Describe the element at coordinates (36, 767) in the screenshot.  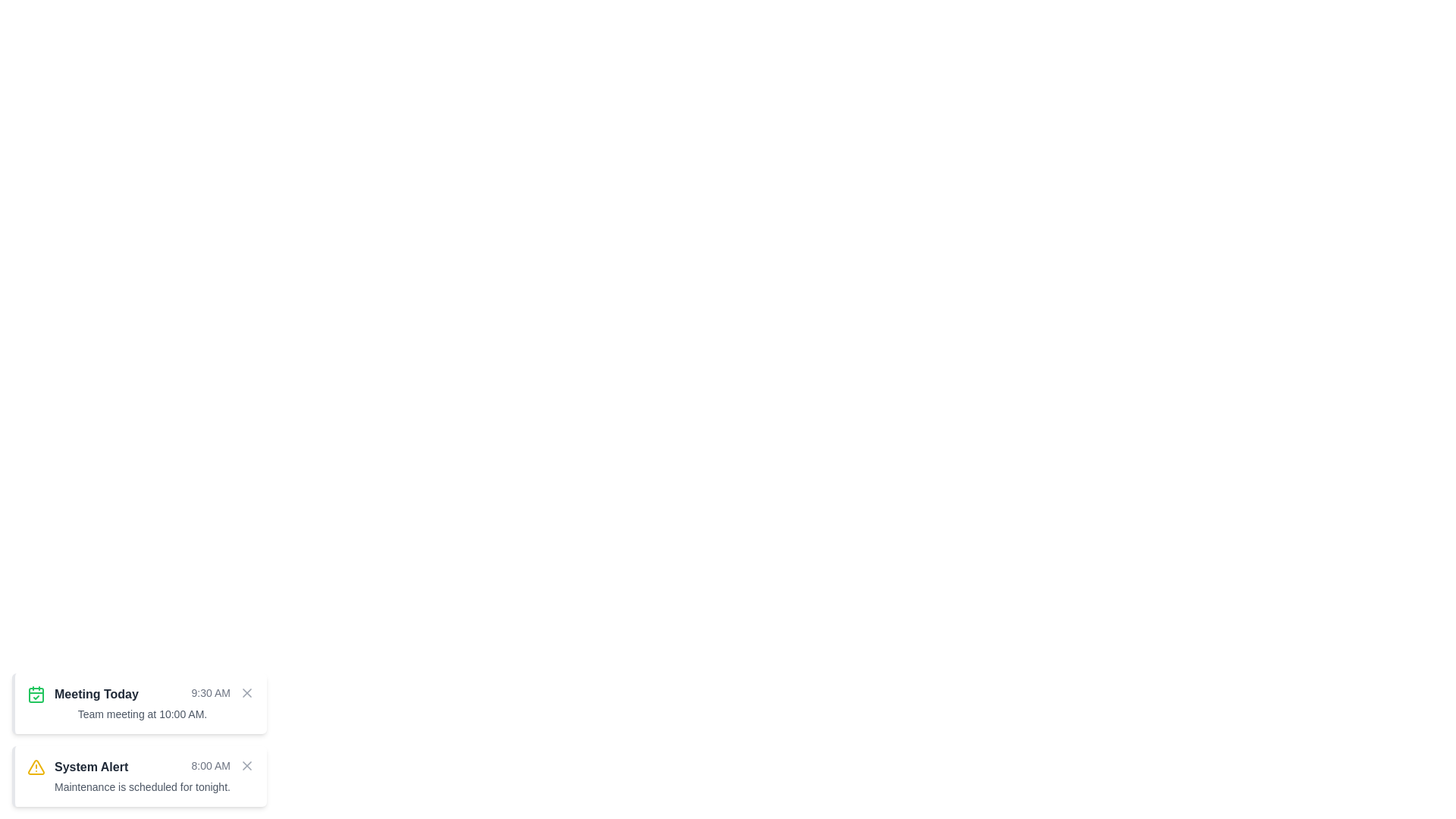
I see `the warning icon located centrally within the second notification card labeled 'System Alert'` at that location.